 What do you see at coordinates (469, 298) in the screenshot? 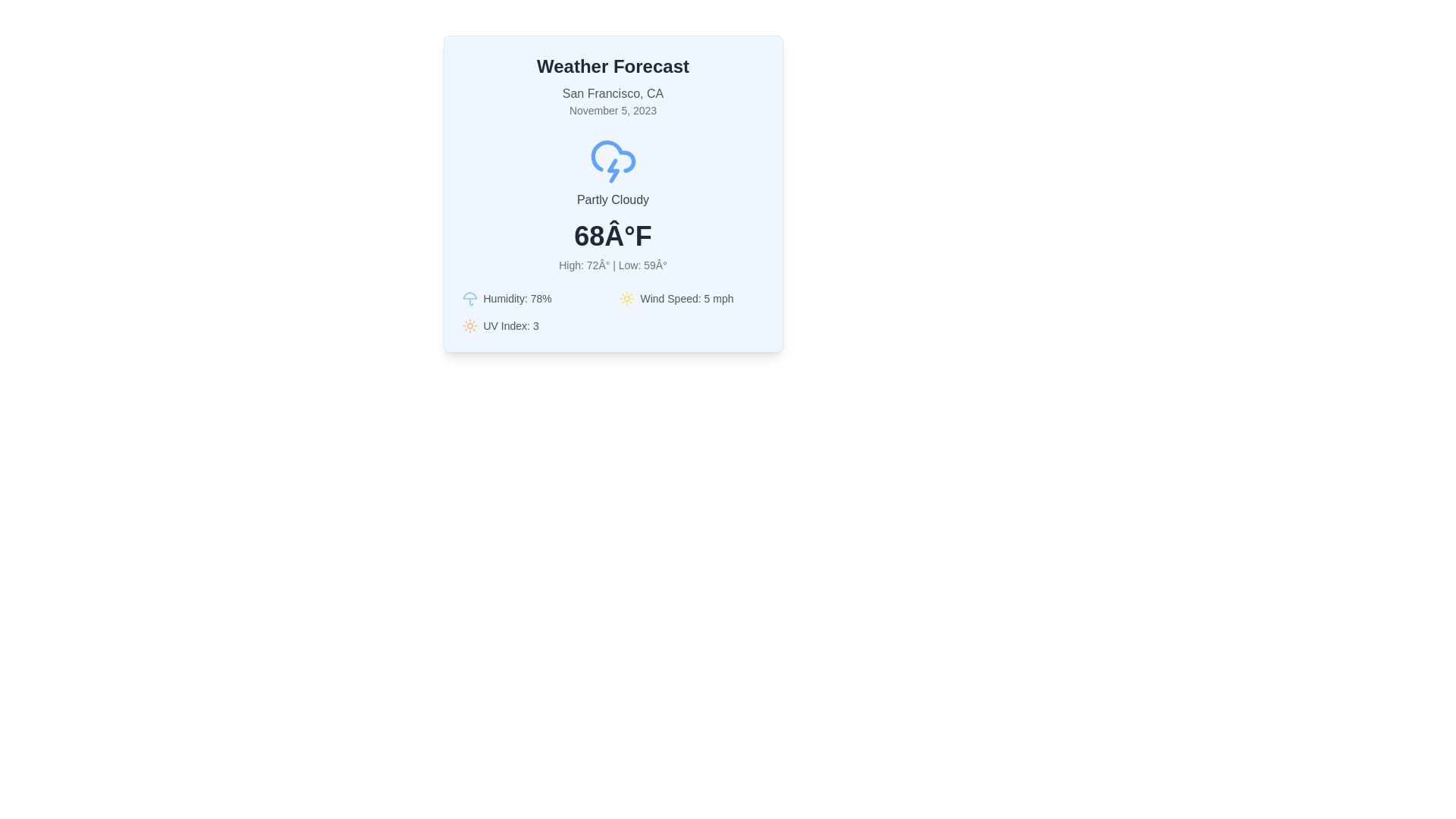
I see `the humidity icon located in the bottom-left quadrant of the card, adjacent to the text 'Humidity: 78%.'` at bounding box center [469, 298].